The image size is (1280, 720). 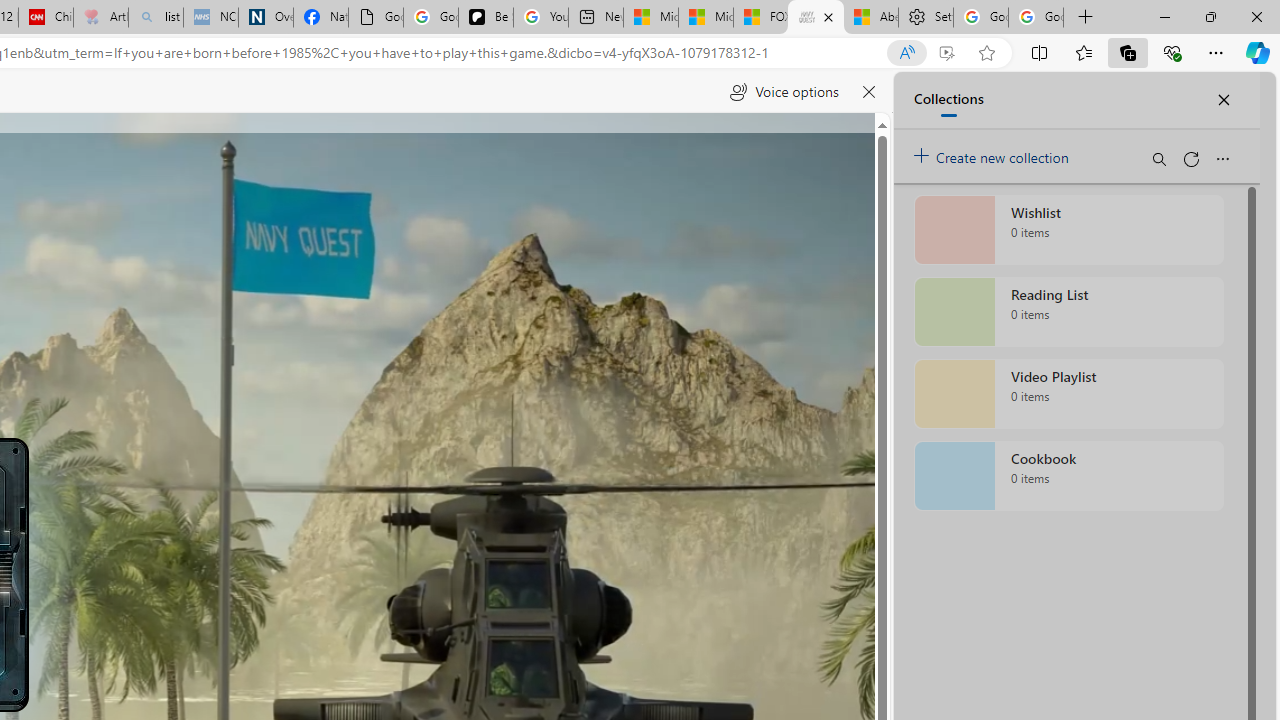 What do you see at coordinates (211, 17) in the screenshot?
I see `'NCL Adult Asthma Inhaler Choice Guideline - Sleeping'` at bounding box center [211, 17].